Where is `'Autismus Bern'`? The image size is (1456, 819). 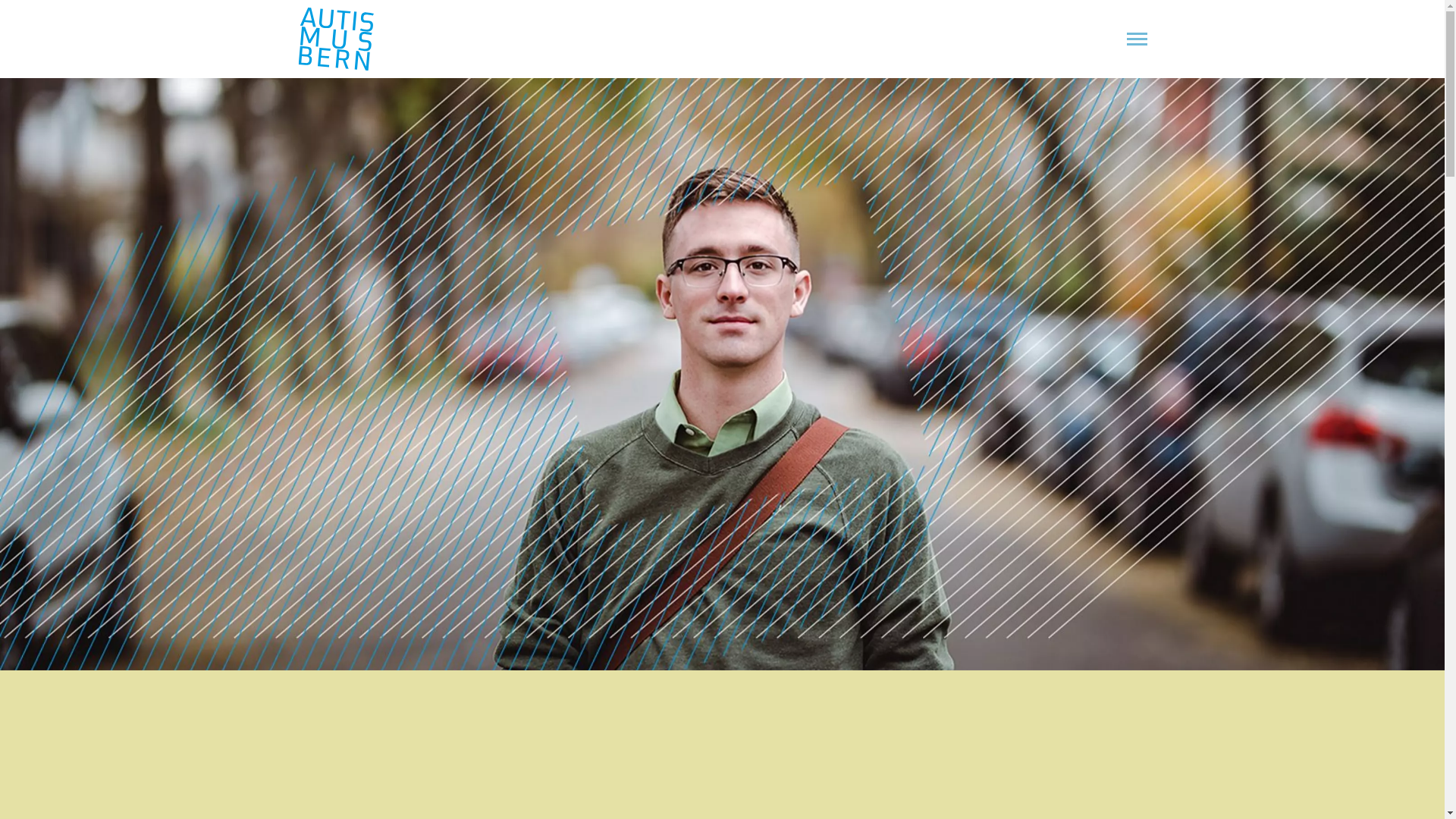
'Autismus Bern' is located at coordinates (334, 38).